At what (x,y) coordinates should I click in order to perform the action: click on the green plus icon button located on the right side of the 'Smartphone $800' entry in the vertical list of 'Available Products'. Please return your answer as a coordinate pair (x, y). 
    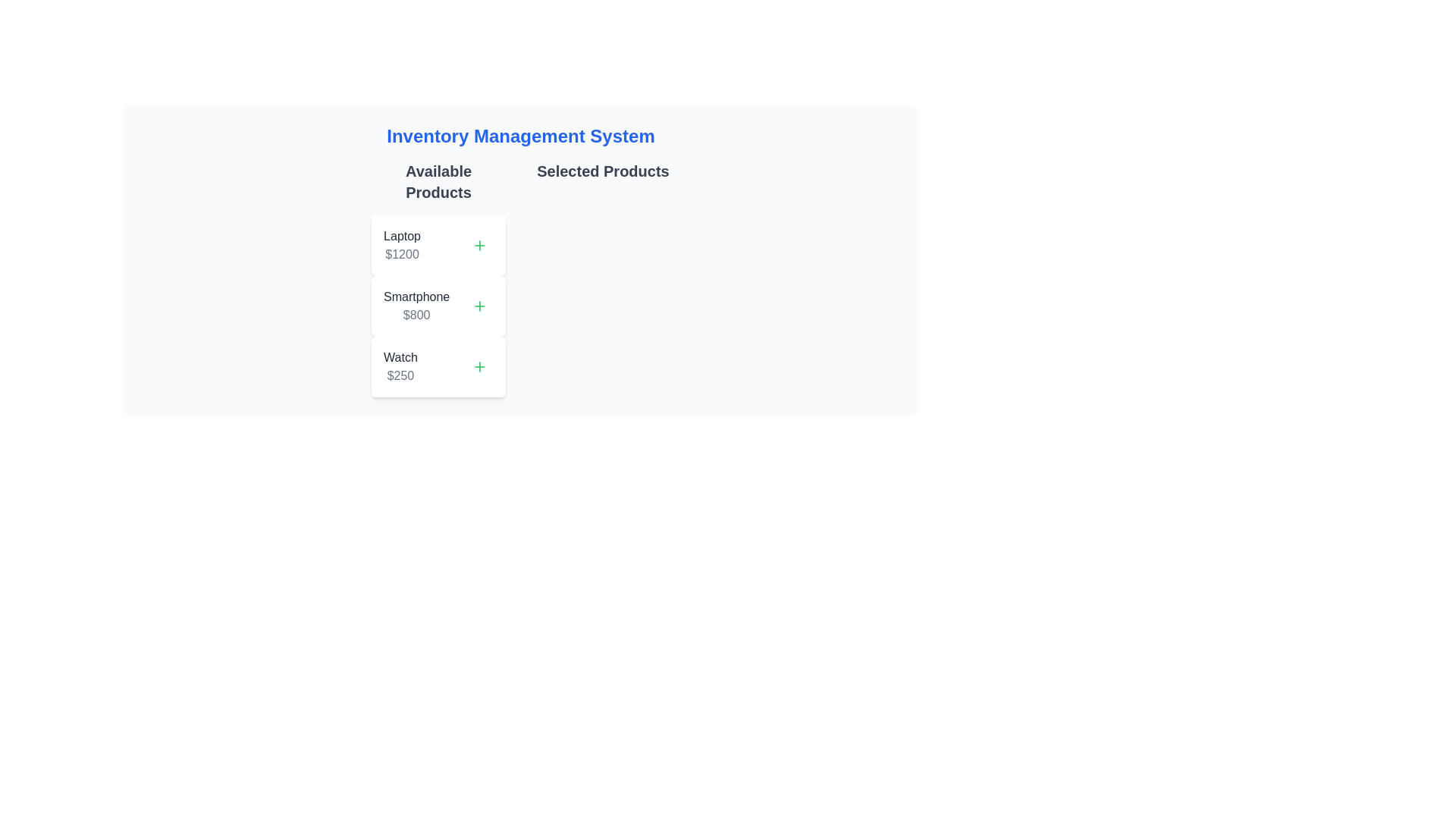
    Looking at the image, I should click on (479, 306).